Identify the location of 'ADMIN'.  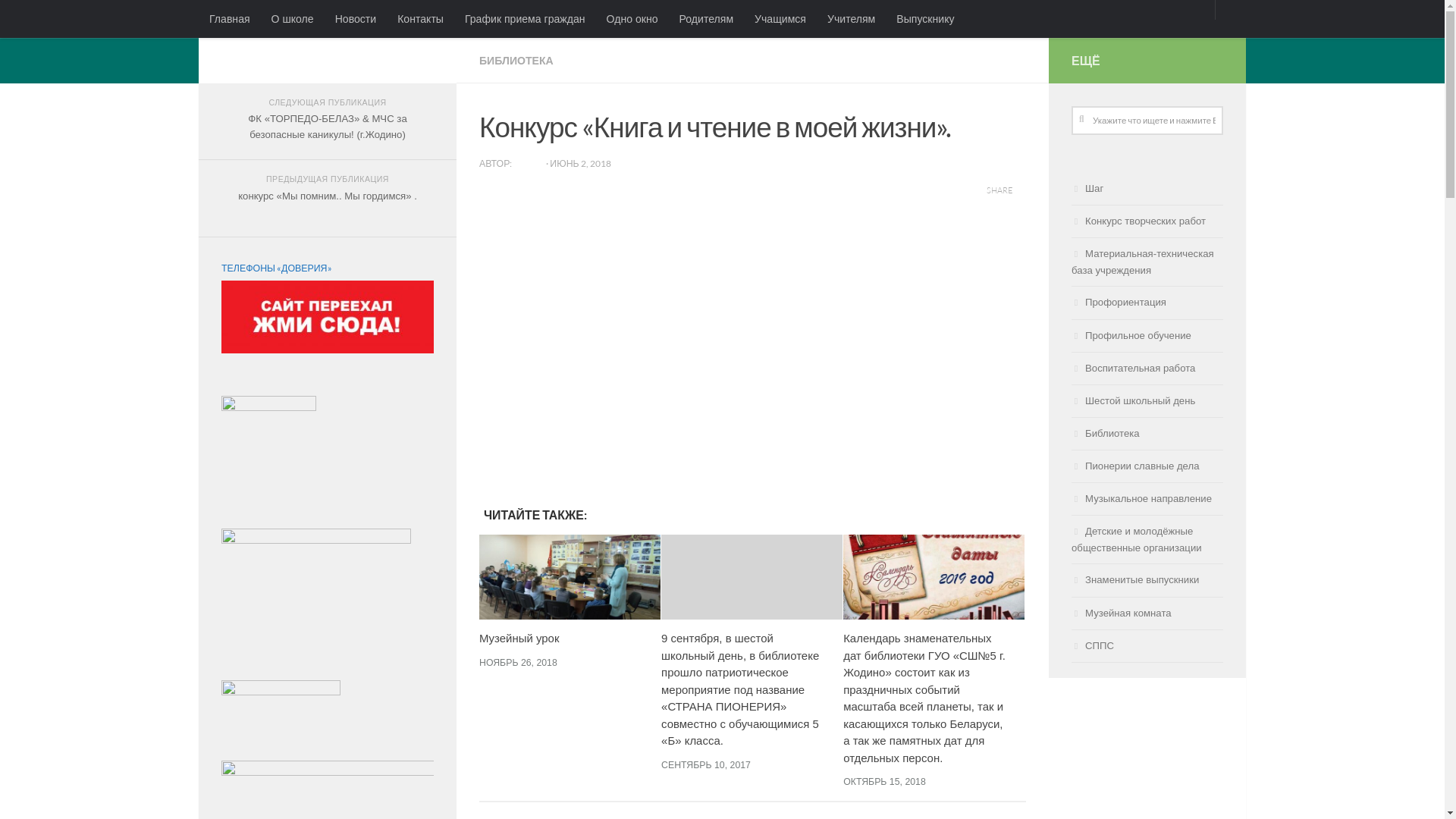
(513, 163).